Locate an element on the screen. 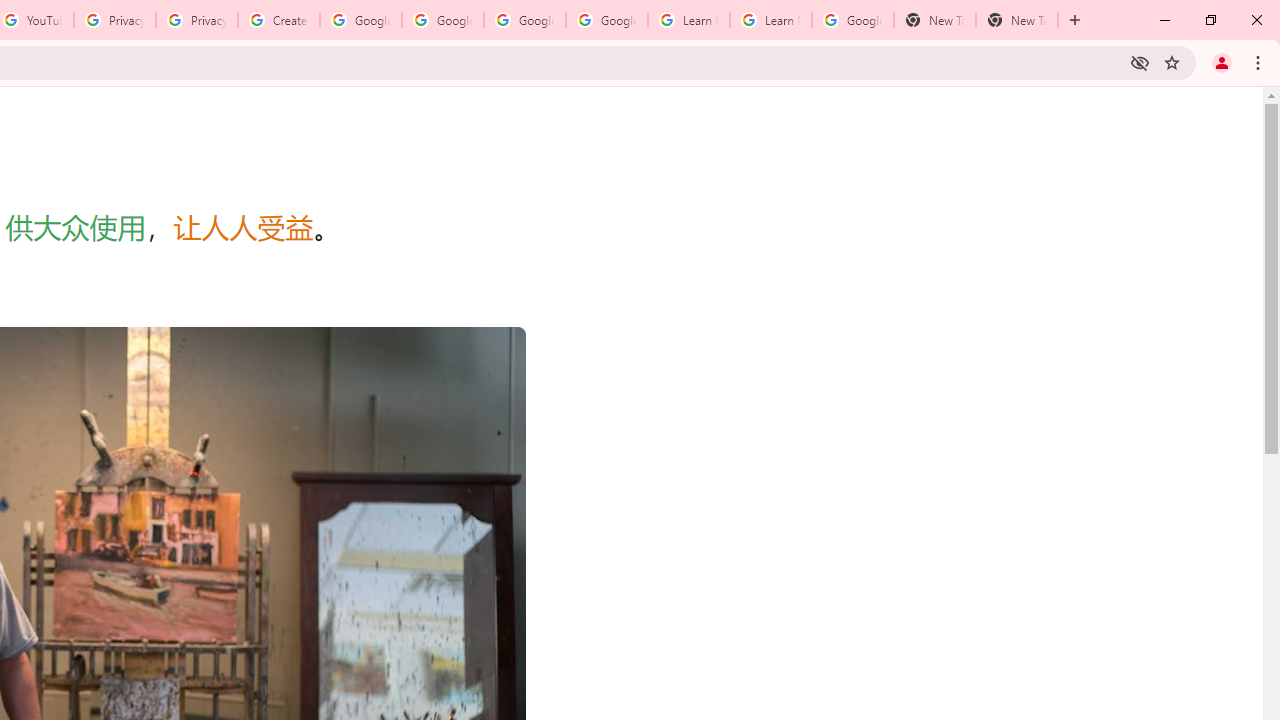 This screenshot has width=1280, height=720. 'Google Account Help' is located at coordinates (524, 20).